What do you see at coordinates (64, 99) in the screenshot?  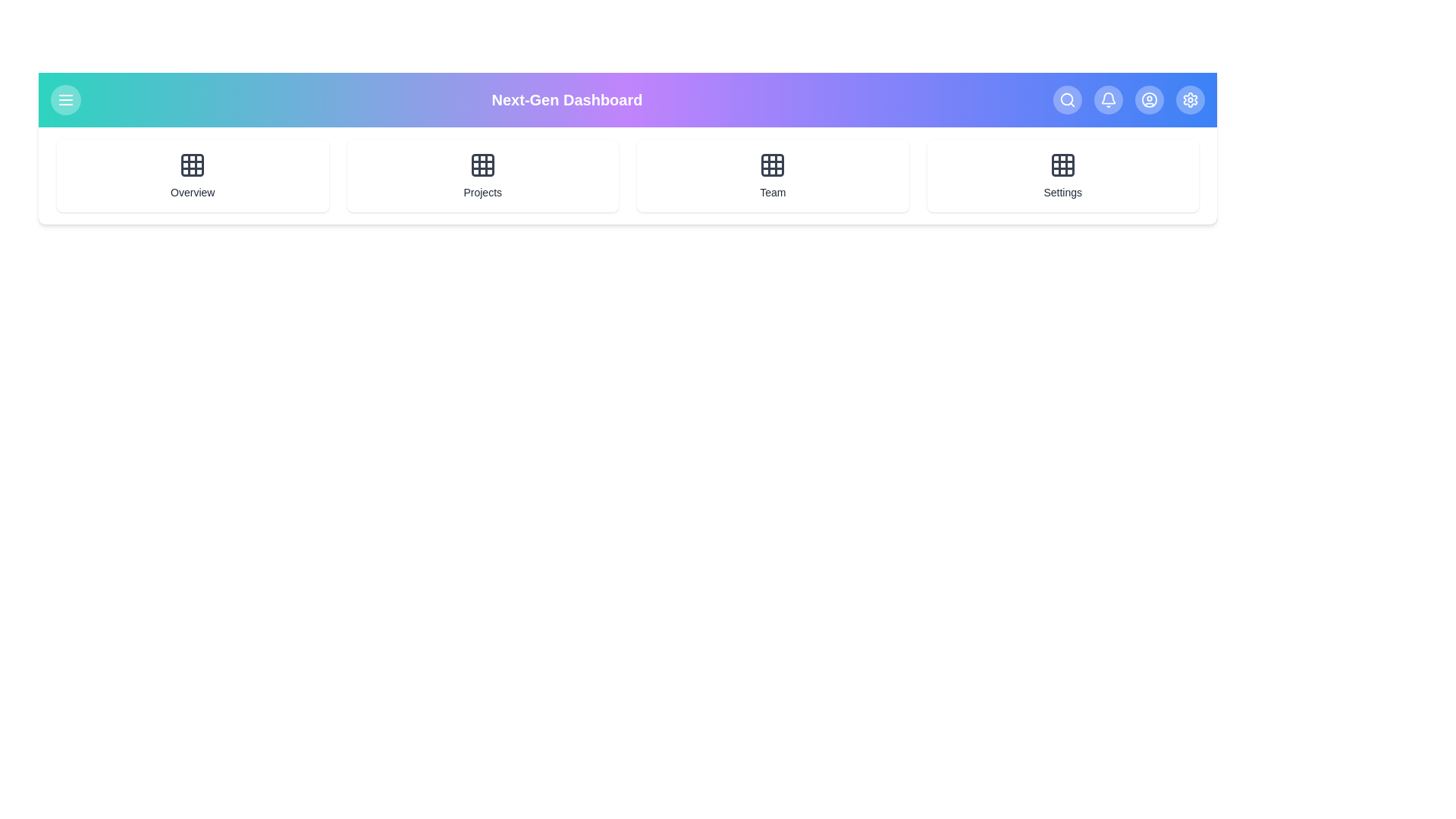 I see `the menu button to toggle the menu visibility` at bounding box center [64, 99].